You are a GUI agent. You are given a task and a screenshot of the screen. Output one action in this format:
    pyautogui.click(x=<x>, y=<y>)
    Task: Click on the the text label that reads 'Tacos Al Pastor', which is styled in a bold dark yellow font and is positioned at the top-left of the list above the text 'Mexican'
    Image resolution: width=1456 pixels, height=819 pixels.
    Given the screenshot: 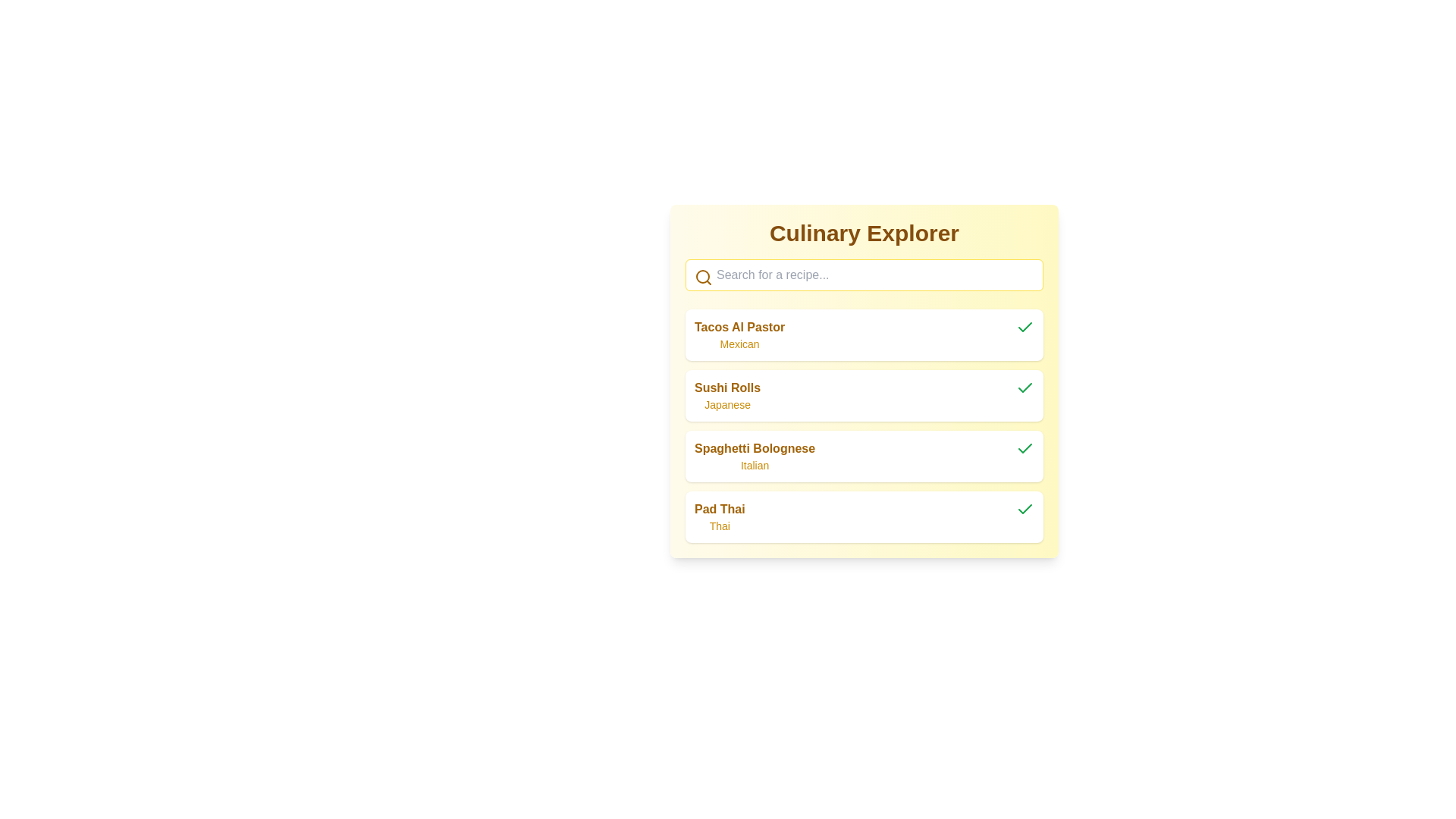 What is the action you would take?
    pyautogui.click(x=739, y=327)
    